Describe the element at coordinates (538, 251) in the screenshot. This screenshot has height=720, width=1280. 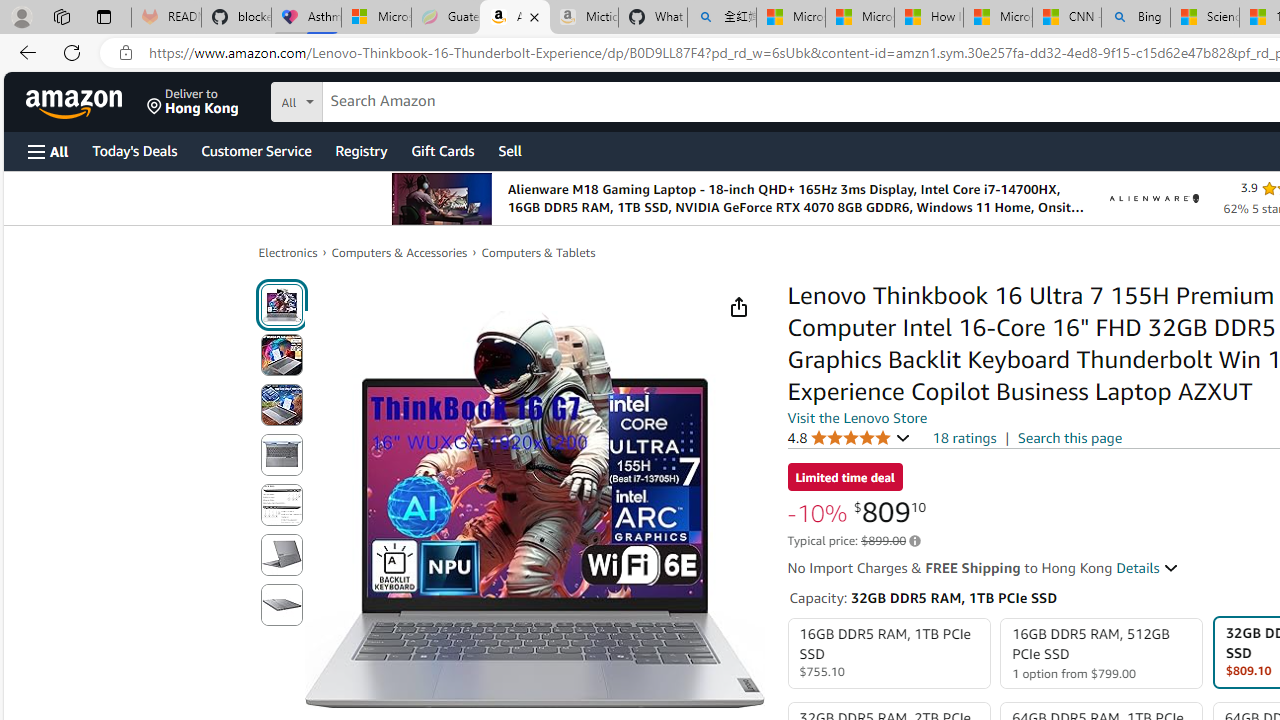
I see `'Computers & Tablets'` at that location.